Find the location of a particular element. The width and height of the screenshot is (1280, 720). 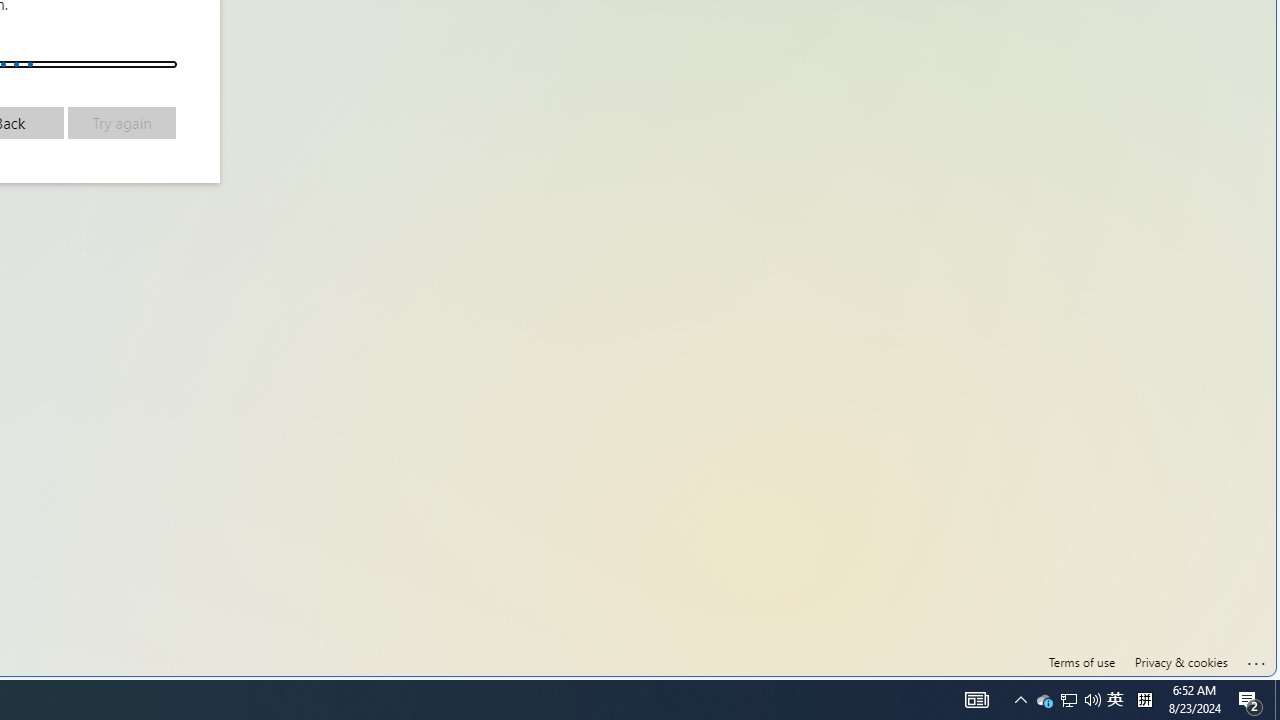

'Terms of use' is located at coordinates (1081, 662).